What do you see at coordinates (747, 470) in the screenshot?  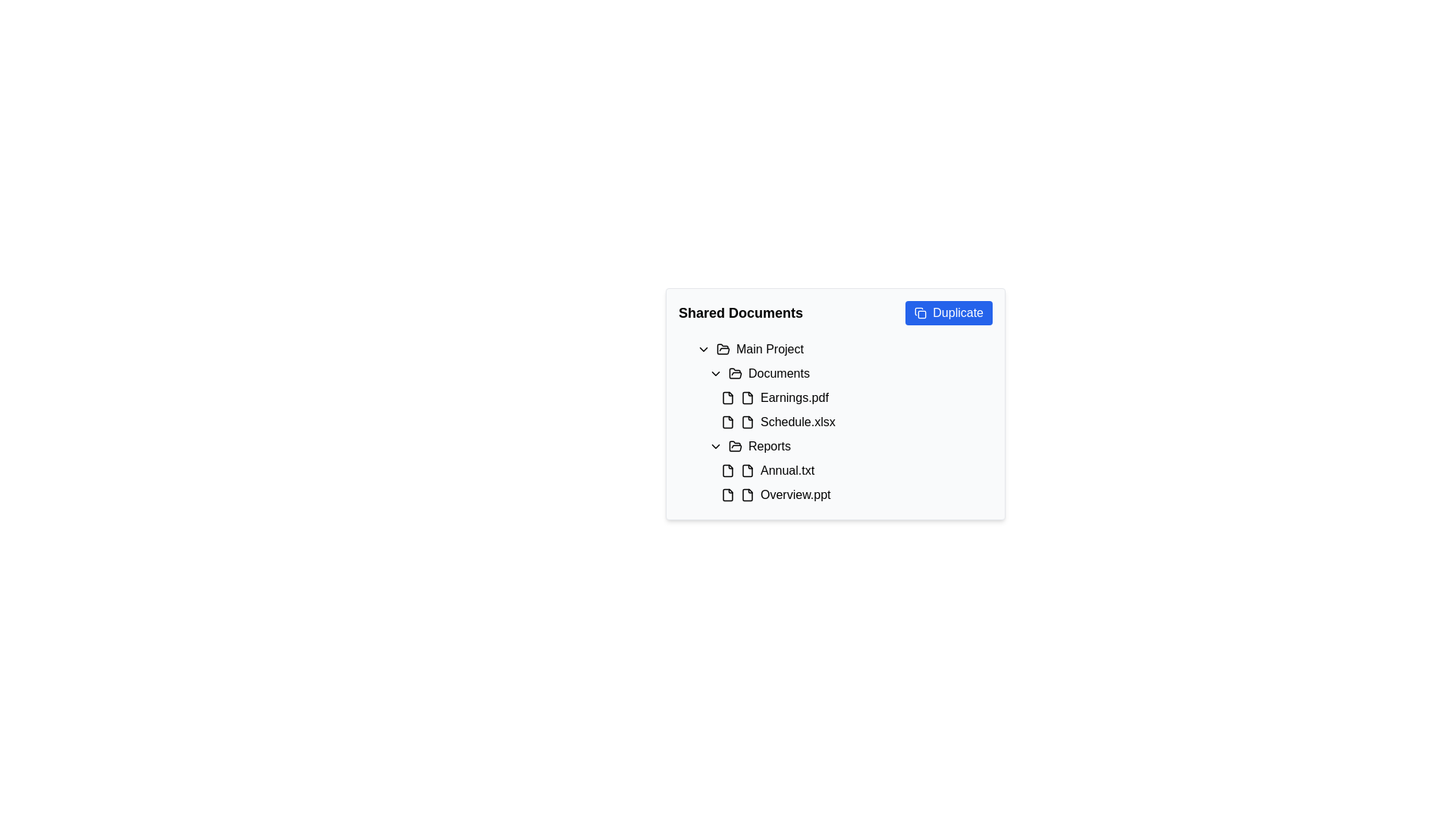 I see `the document file icon labeled 'Annual.txt' located` at bounding box center [747, 470].